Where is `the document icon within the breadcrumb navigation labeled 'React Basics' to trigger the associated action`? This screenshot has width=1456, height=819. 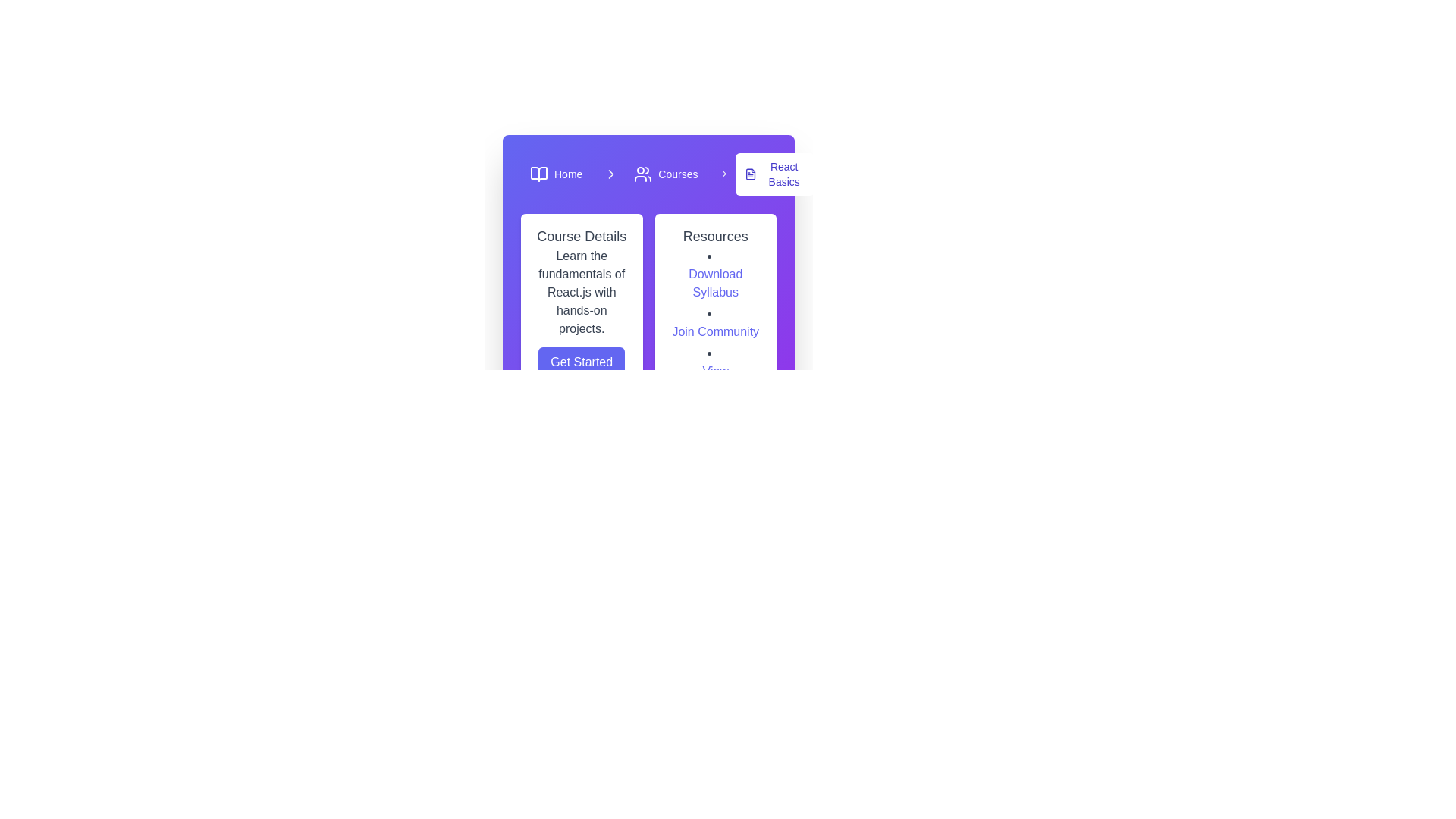
the document icon within the breadcrumb navigation labeled 'React Basics' to trigger the associated action is located at coordinates (751, 174).